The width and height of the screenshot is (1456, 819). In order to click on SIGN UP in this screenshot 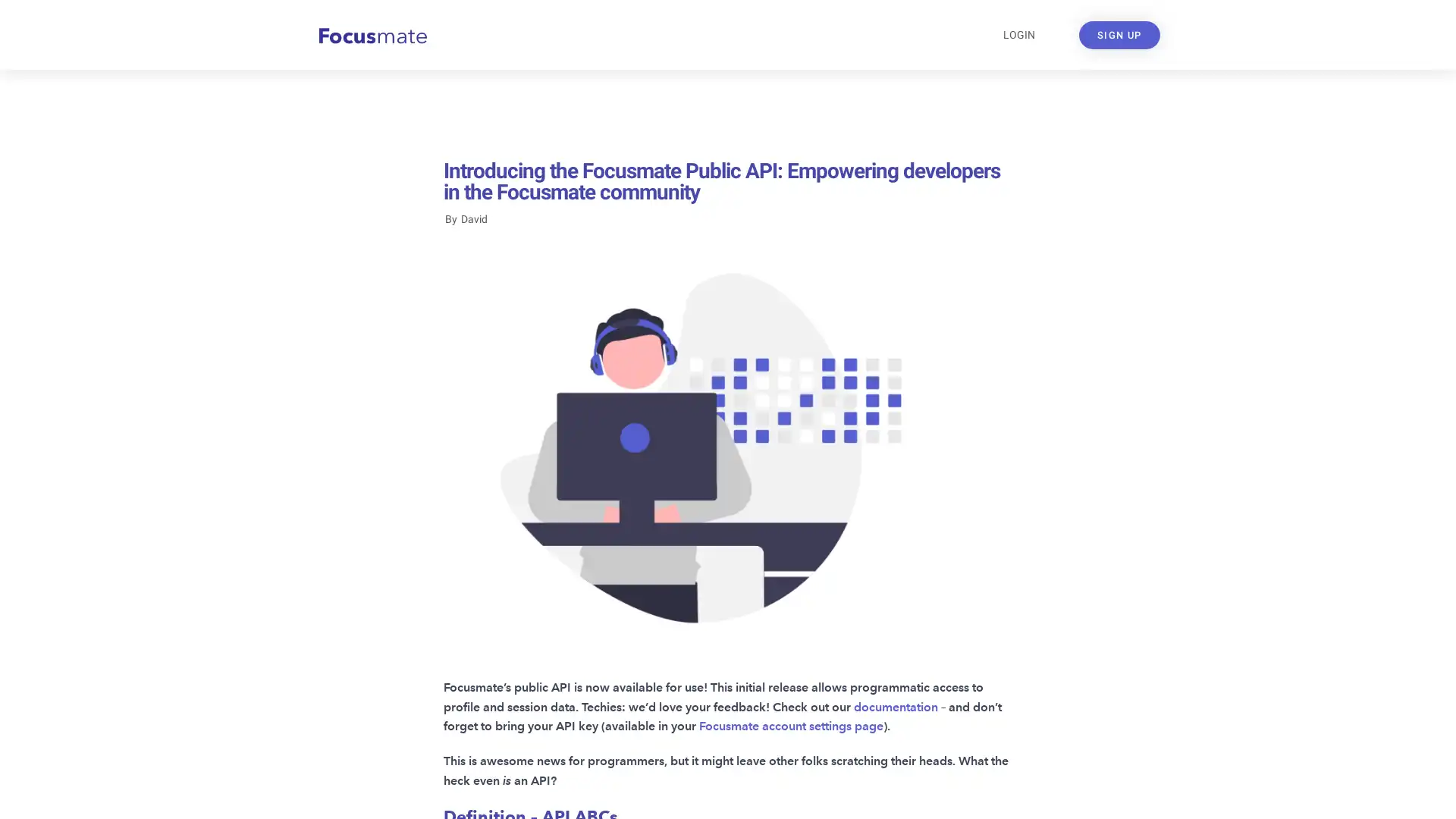, I will do `click(1119, 34)`.